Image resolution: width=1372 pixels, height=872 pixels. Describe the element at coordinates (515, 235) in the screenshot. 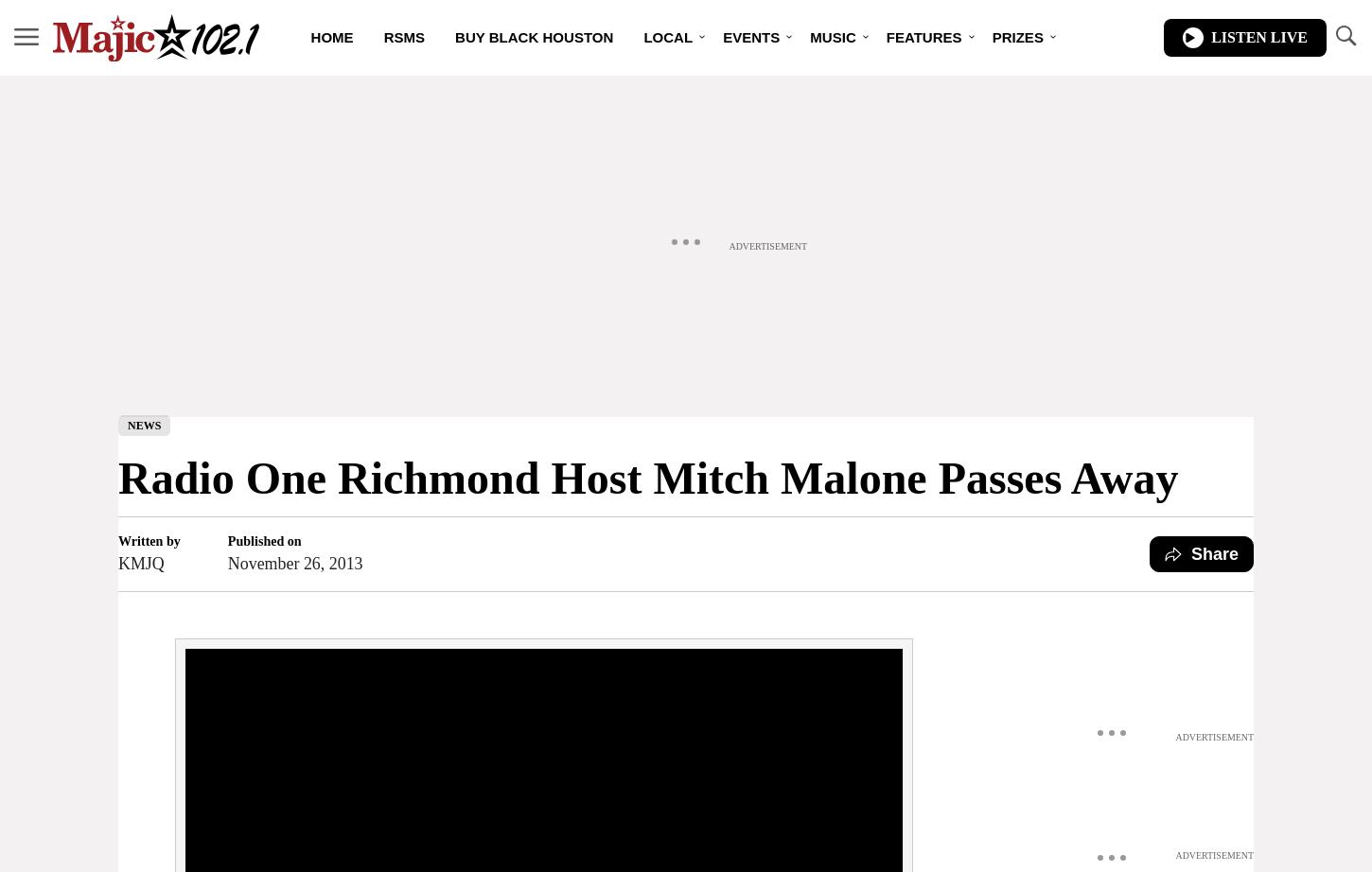

I see `'Join Our Text Club!'` at that location.